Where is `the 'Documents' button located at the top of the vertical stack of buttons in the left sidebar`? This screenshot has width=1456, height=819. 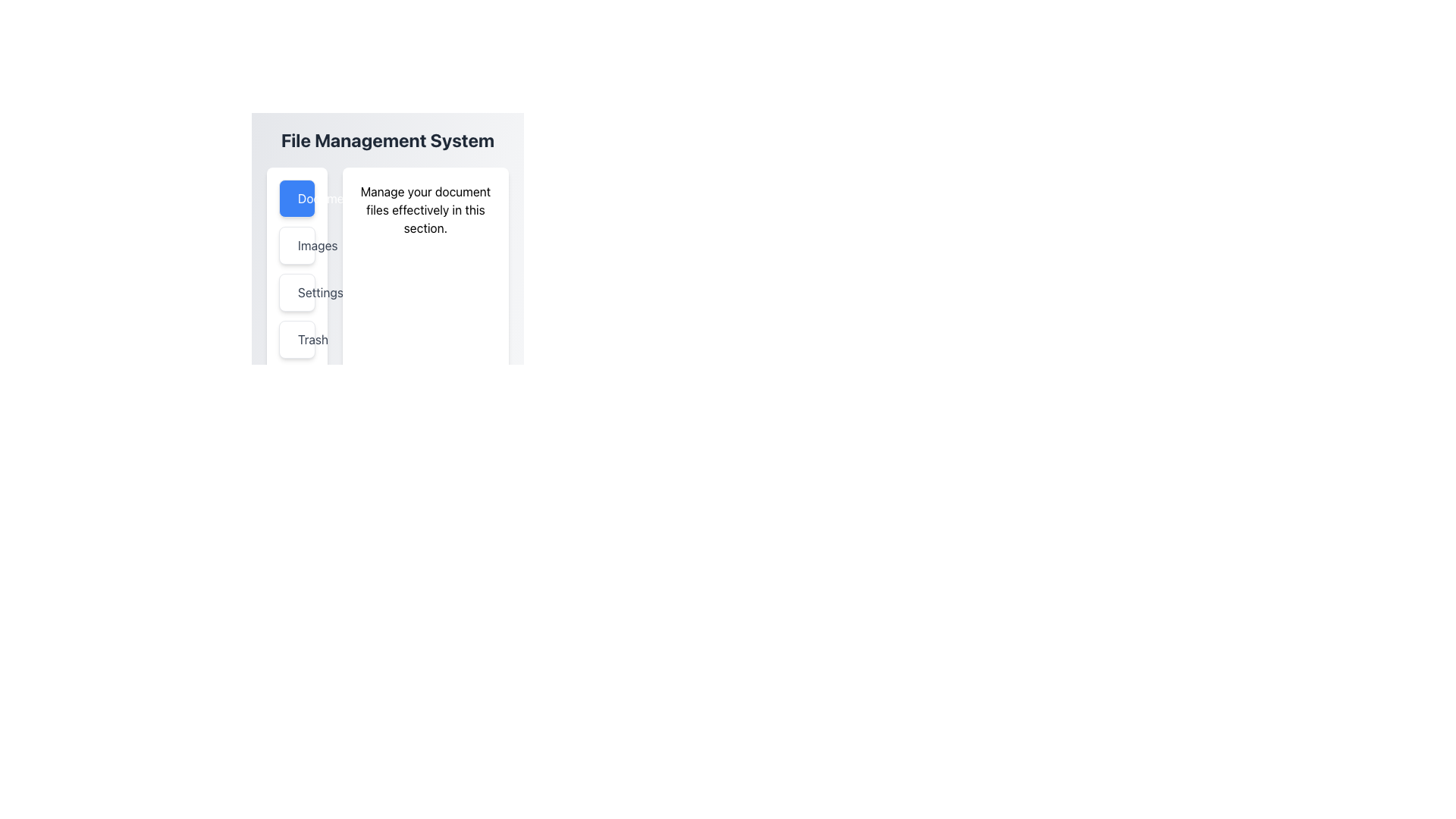
the 'Documents' button located at the top of the vertical stack of buttons in the left sidebar is located at coordinates (297, 198).